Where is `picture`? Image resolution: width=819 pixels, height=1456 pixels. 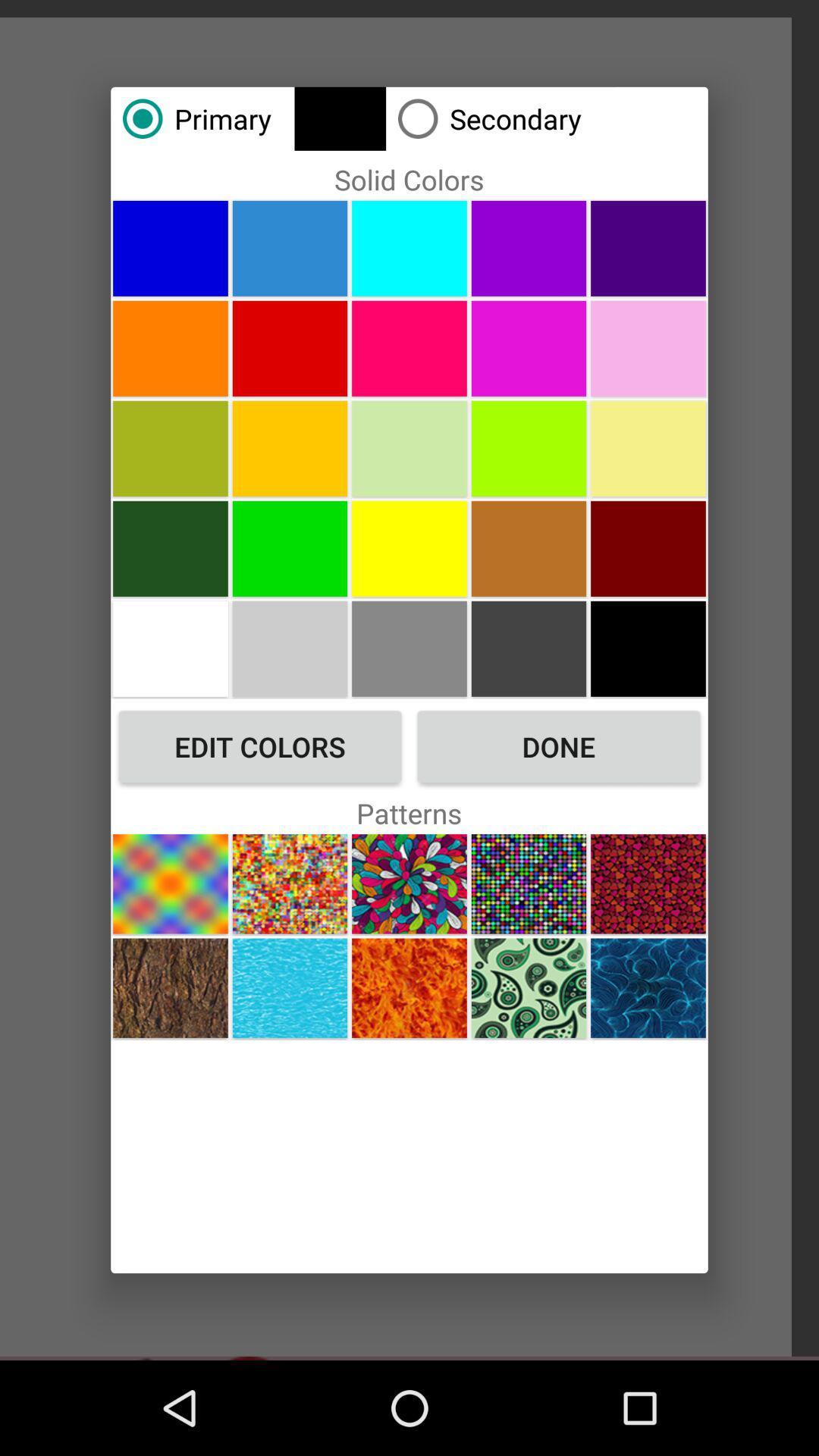
picture is located at coordinates (528, 248).